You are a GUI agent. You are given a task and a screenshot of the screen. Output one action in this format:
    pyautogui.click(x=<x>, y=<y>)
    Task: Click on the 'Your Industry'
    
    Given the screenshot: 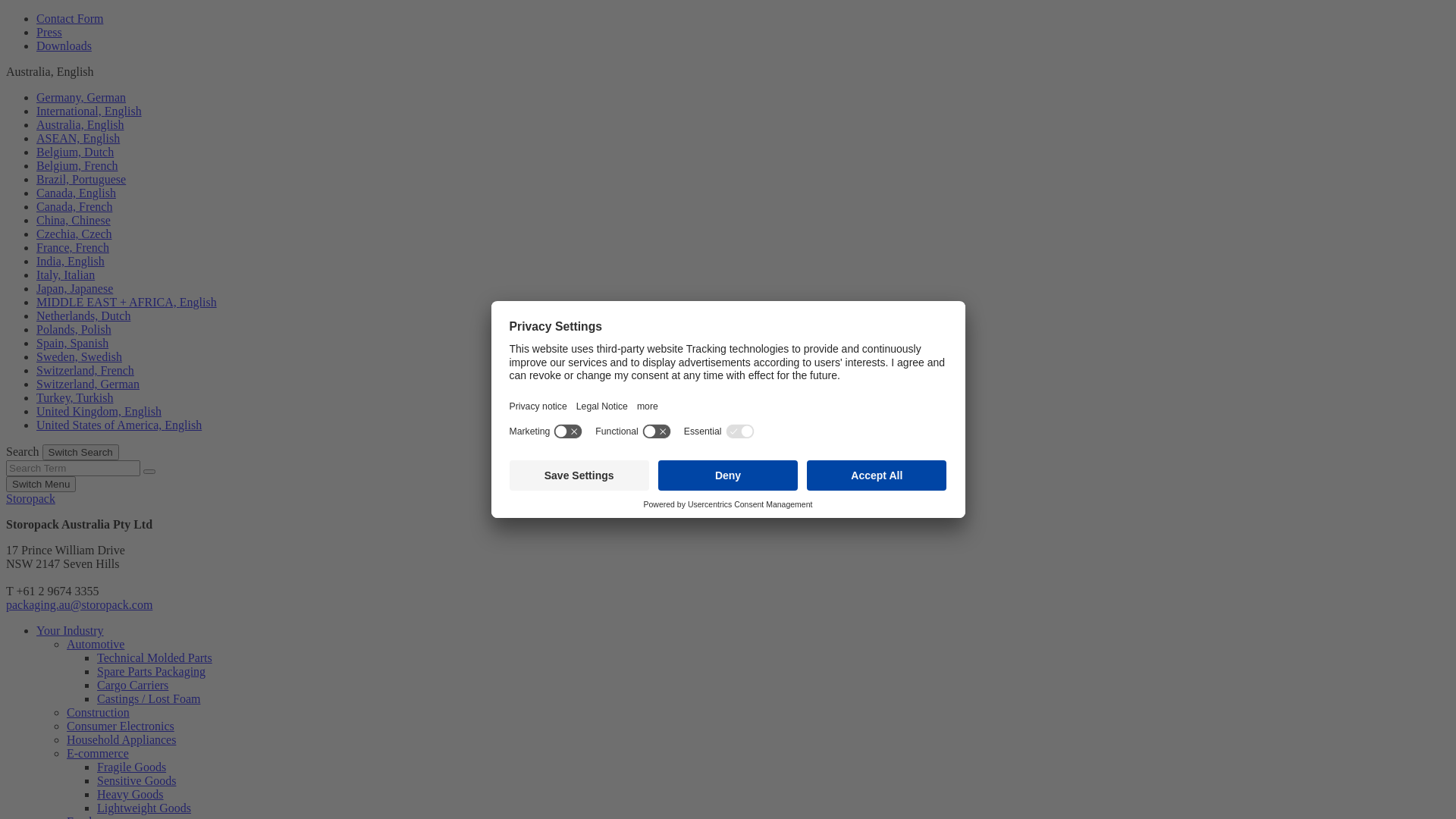 What is the action you would take?
    pyautogui.click(x=36, y=630)
    